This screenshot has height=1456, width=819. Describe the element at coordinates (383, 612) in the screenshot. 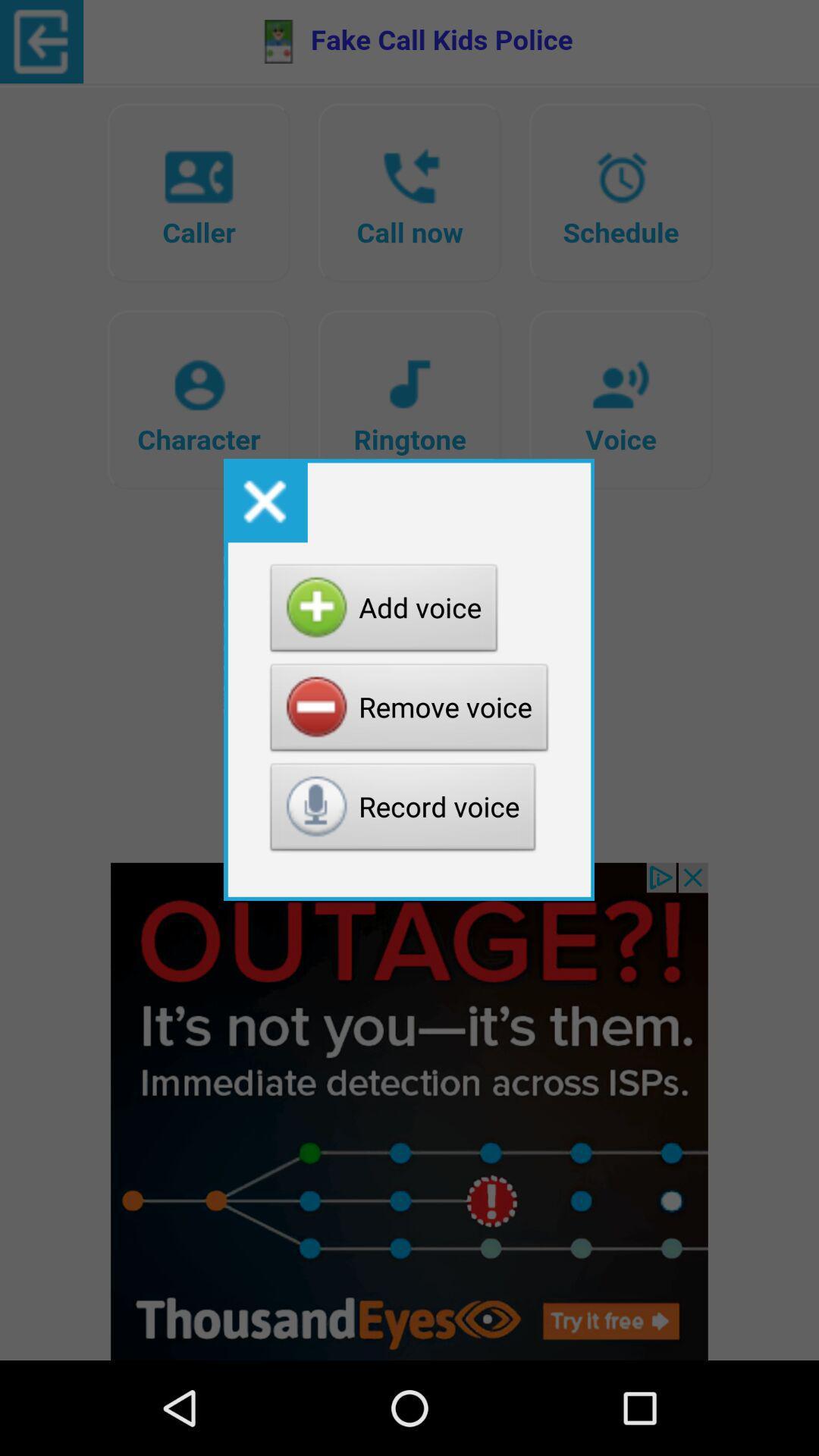

I see `item above the remove voice` at that location.